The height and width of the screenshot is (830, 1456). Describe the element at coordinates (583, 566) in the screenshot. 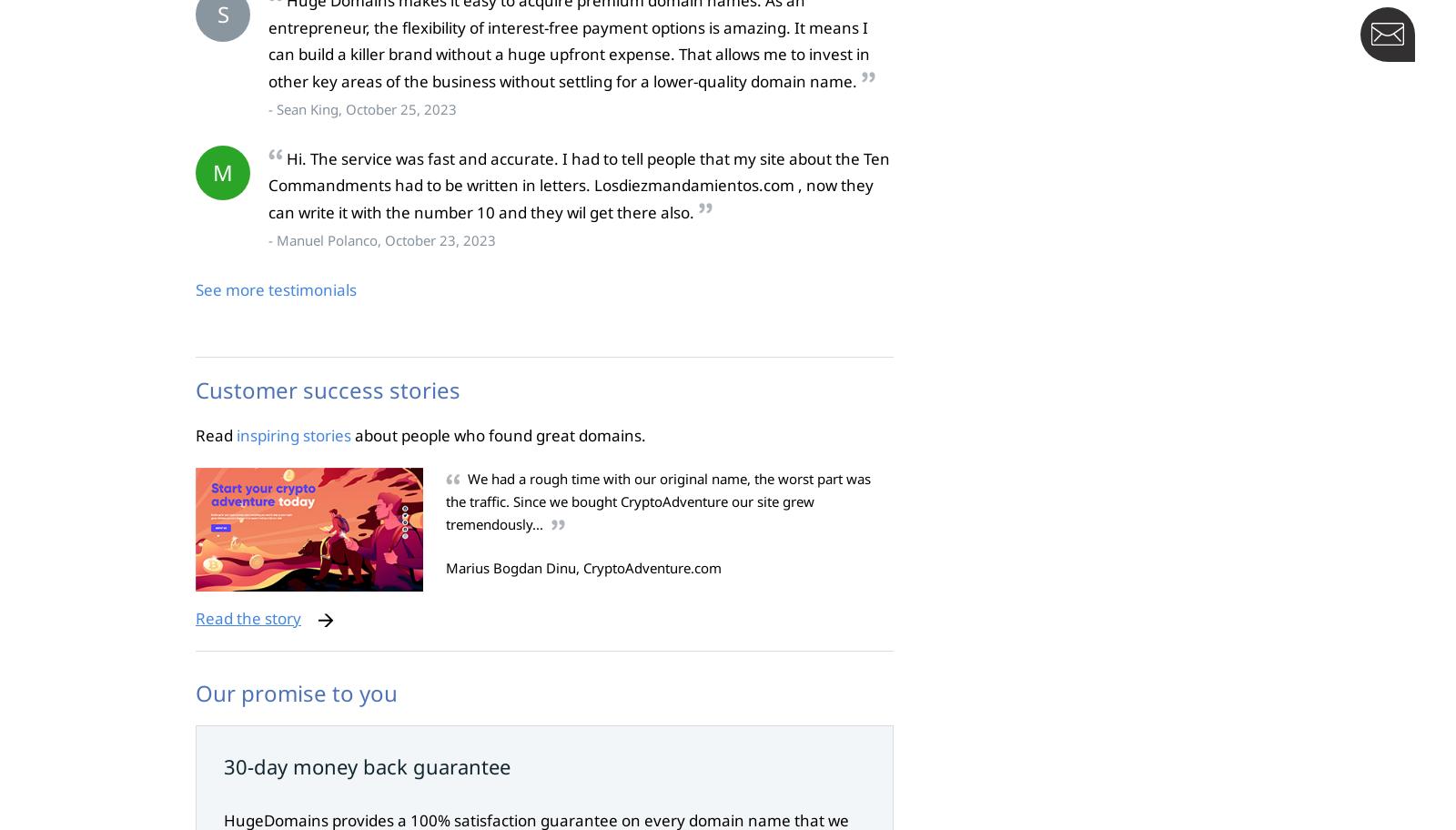

I see `'Marius Bogdan Dinu, CryptoAdventure.com'` at that location.